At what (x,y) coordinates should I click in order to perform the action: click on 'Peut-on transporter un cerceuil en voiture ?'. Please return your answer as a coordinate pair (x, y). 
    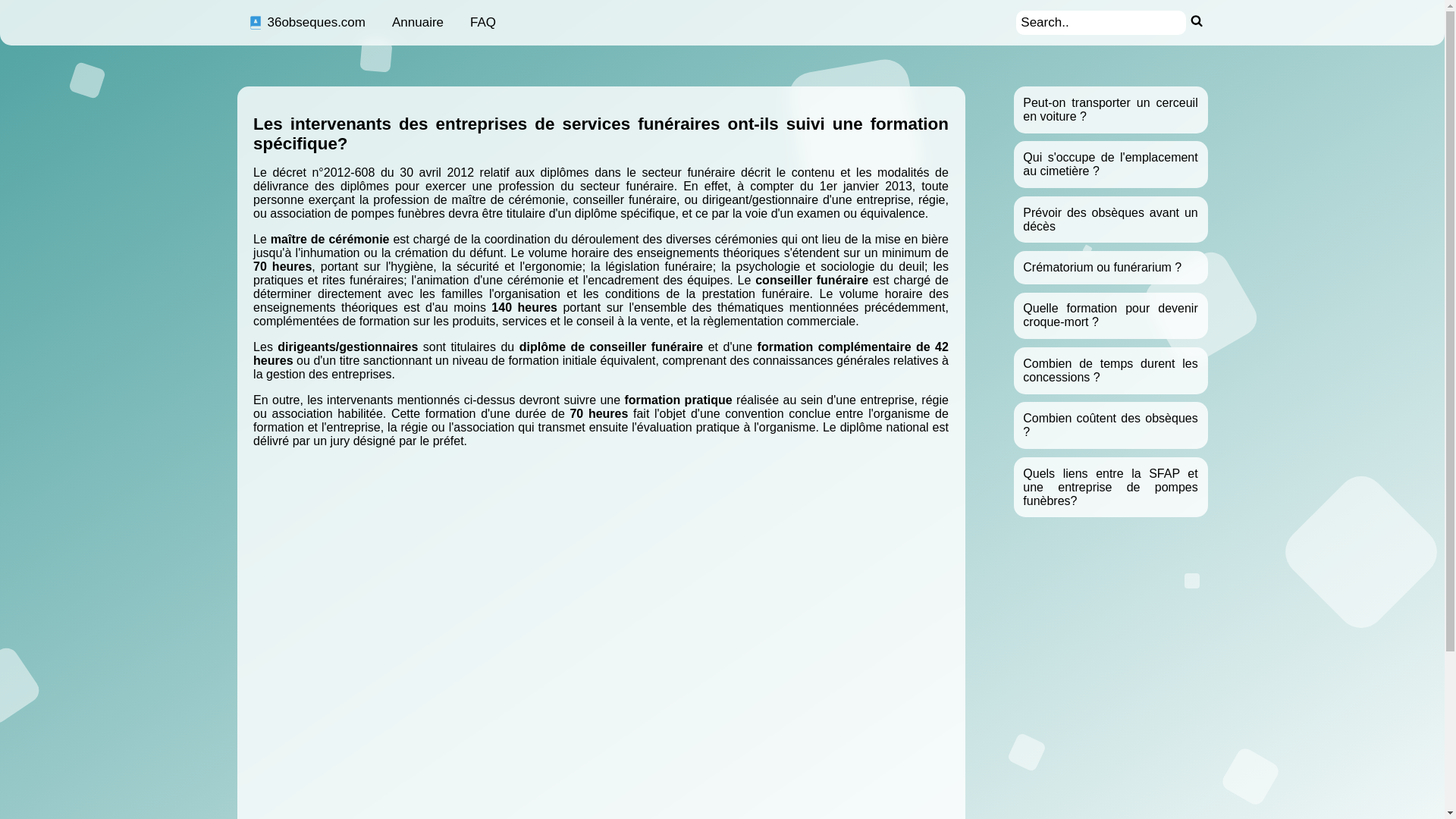
    Looking at the image, I should click on (1110, 108).